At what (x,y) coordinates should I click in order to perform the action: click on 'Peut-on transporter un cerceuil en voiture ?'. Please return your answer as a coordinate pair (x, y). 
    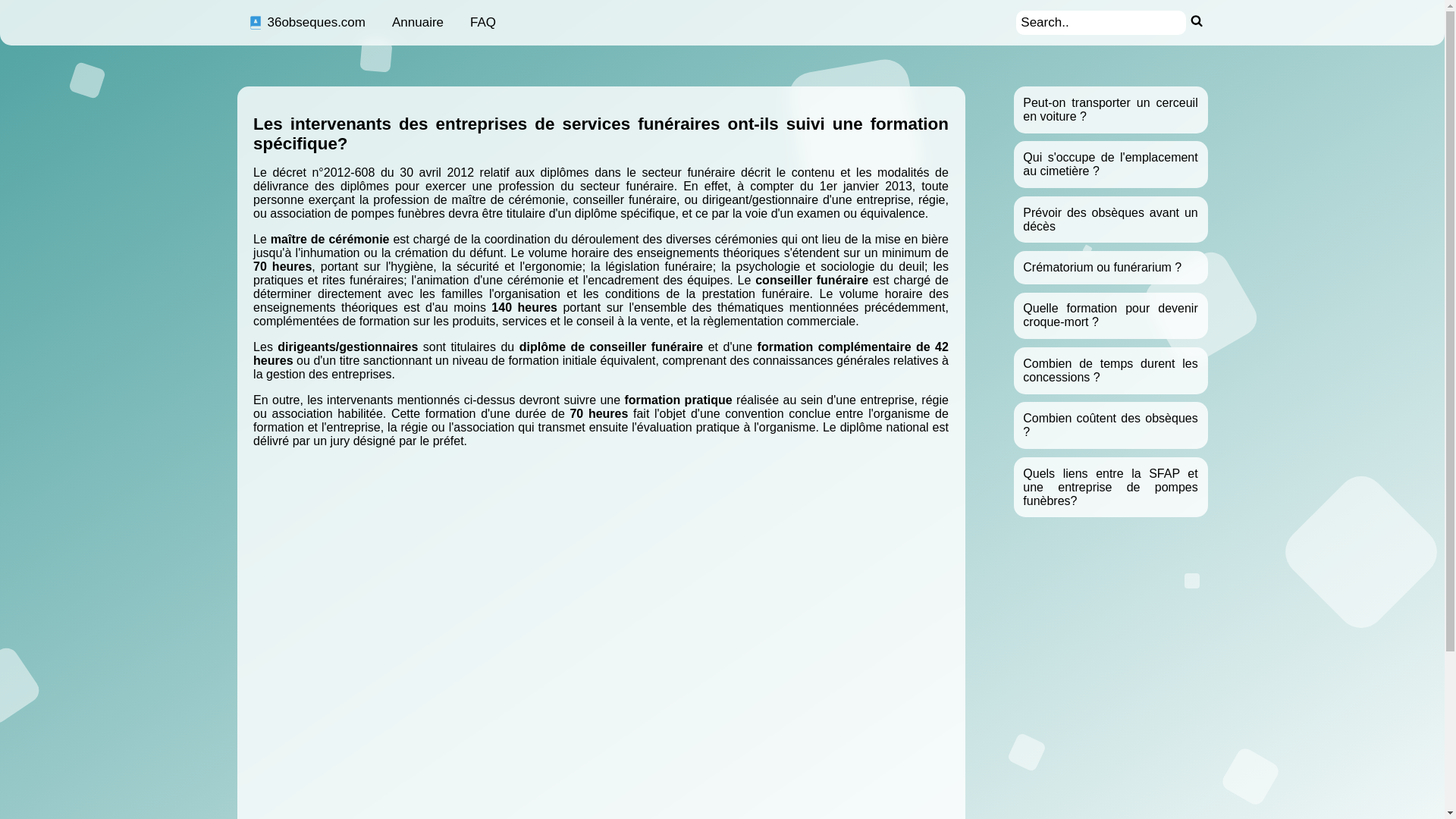
    Looking at the image, I should click on (1110, 108).